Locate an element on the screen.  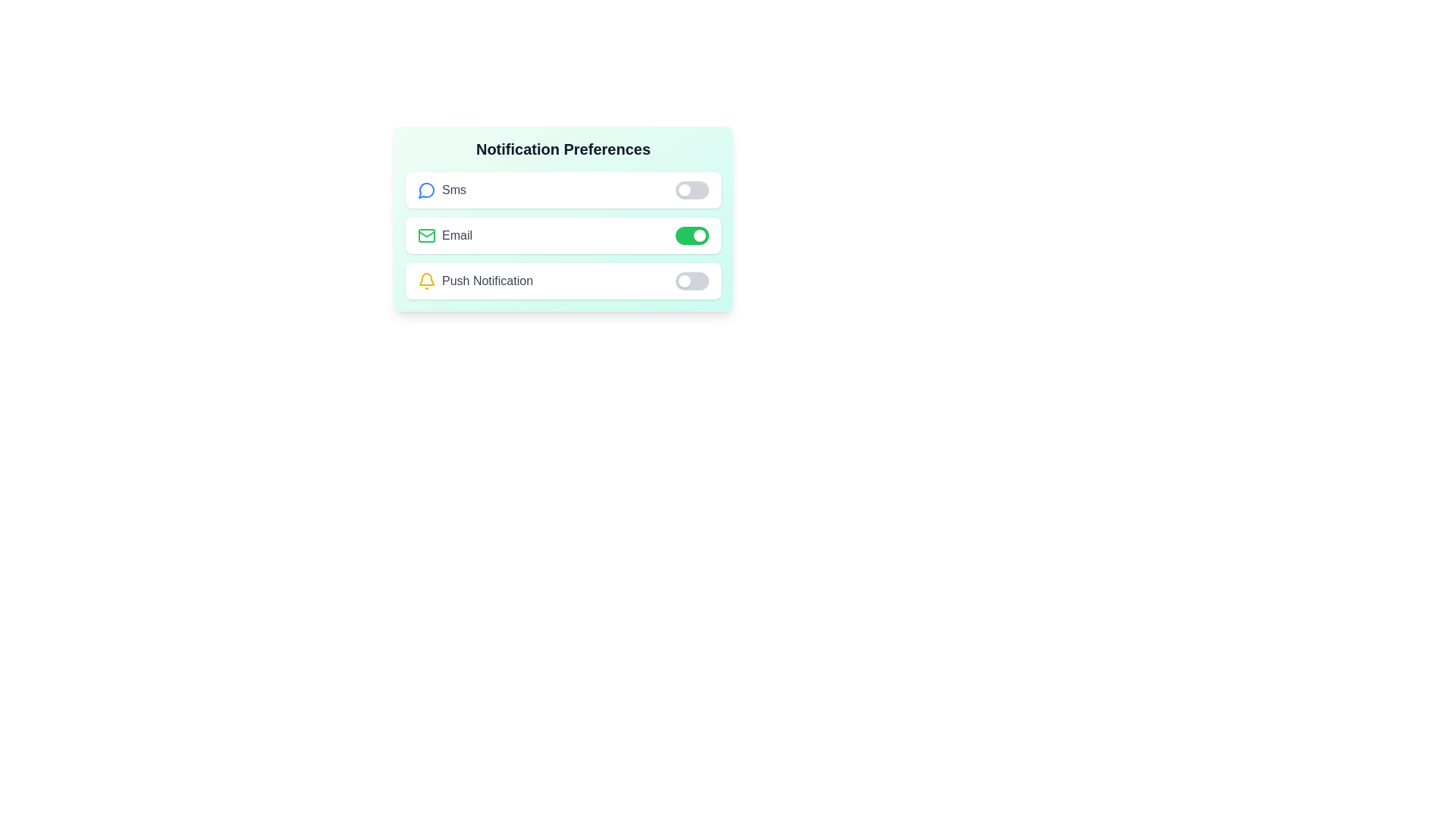
the Email notification icon, which is visually represented adjacent to the toggle switch and labeled 'Email' is located at coordinates (425, 234).